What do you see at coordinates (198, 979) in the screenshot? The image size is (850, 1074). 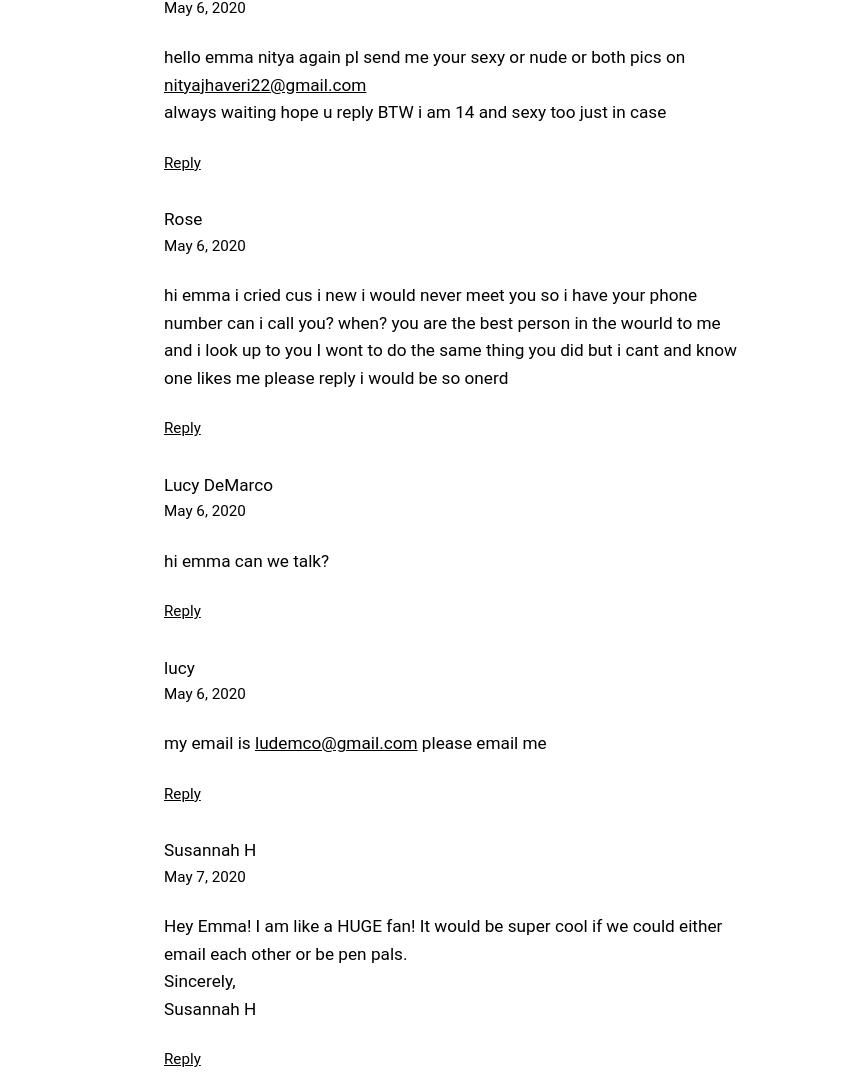 I see `'Sincerely,'` at bounding box center [198, 979].